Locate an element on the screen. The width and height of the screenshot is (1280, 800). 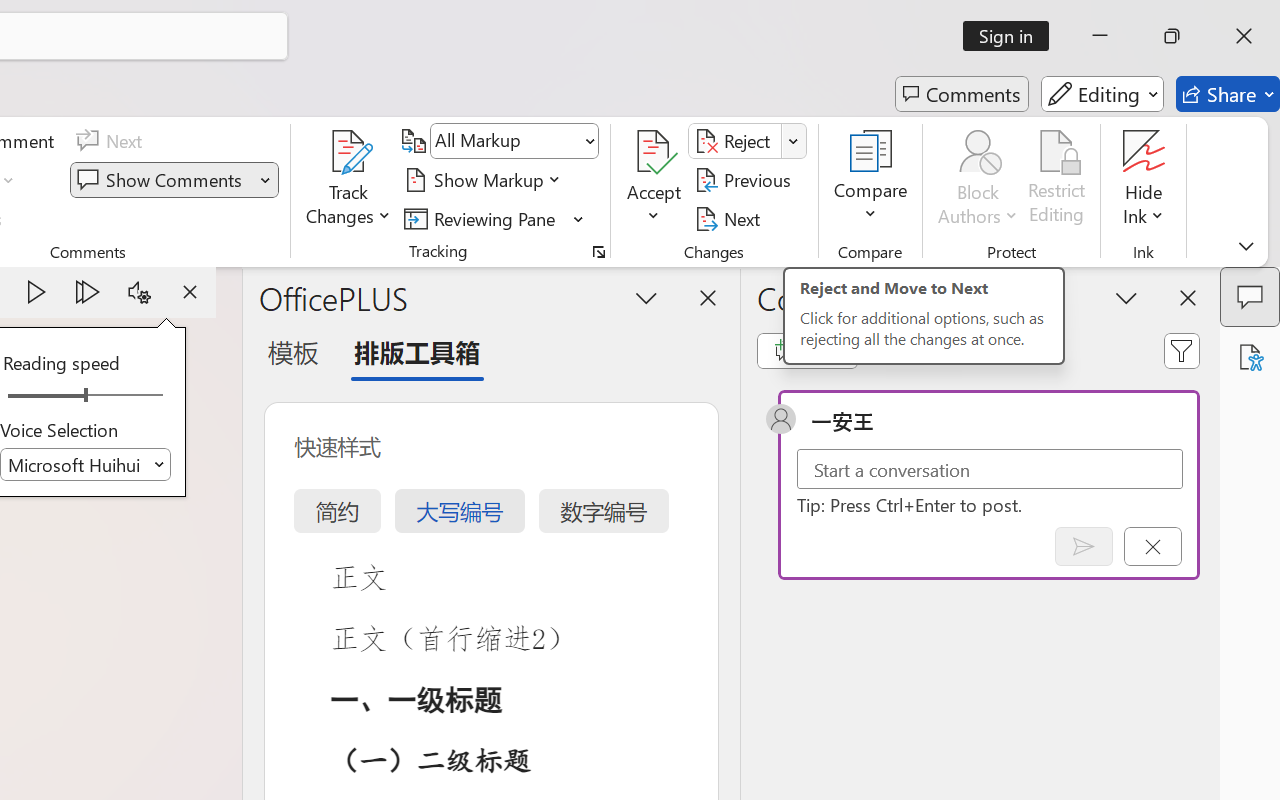
'Accept' is located at coordinates (654, 179).